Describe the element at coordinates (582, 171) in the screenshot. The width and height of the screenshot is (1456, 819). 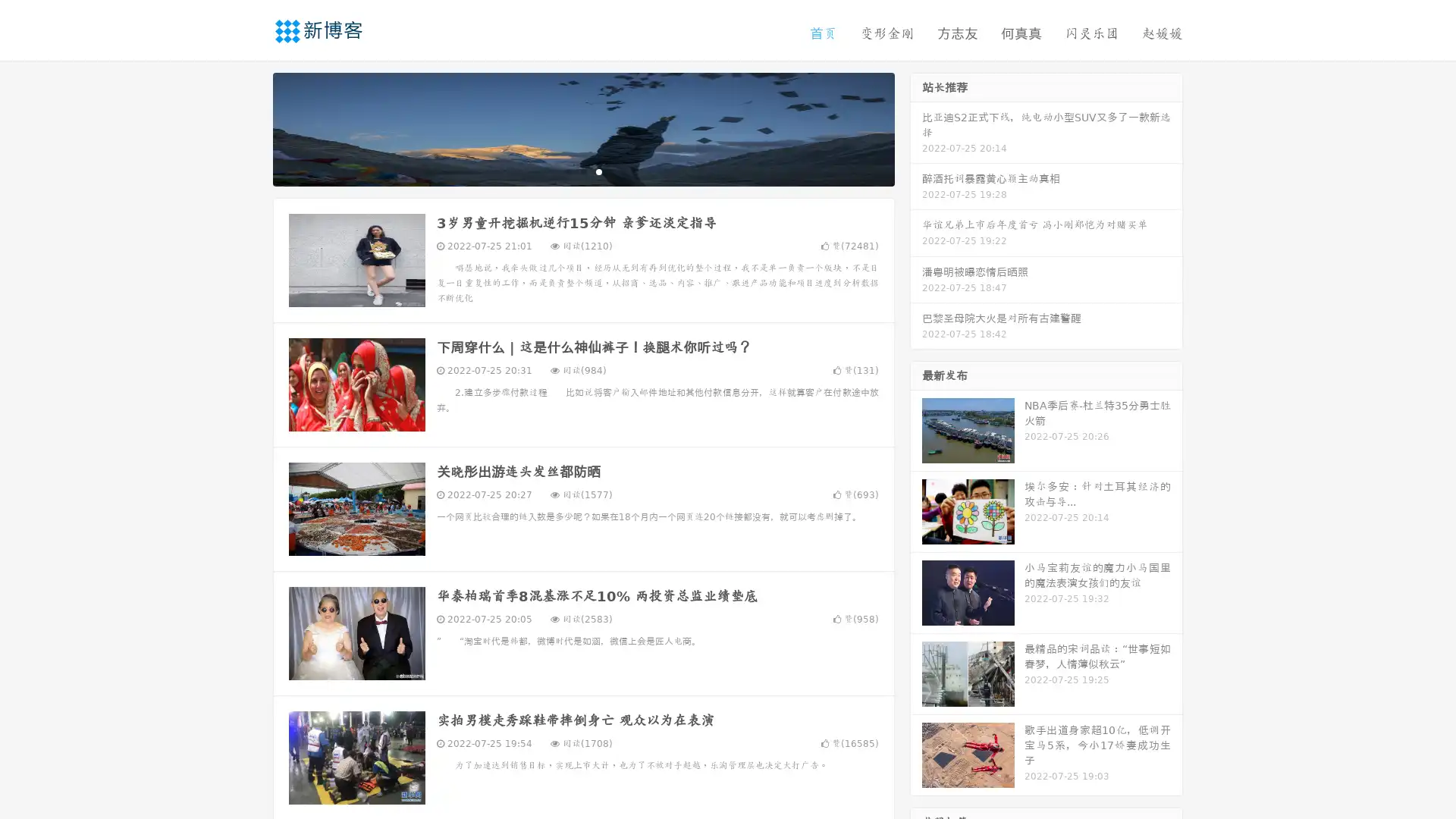
I see `Go to slide 2` at that location.